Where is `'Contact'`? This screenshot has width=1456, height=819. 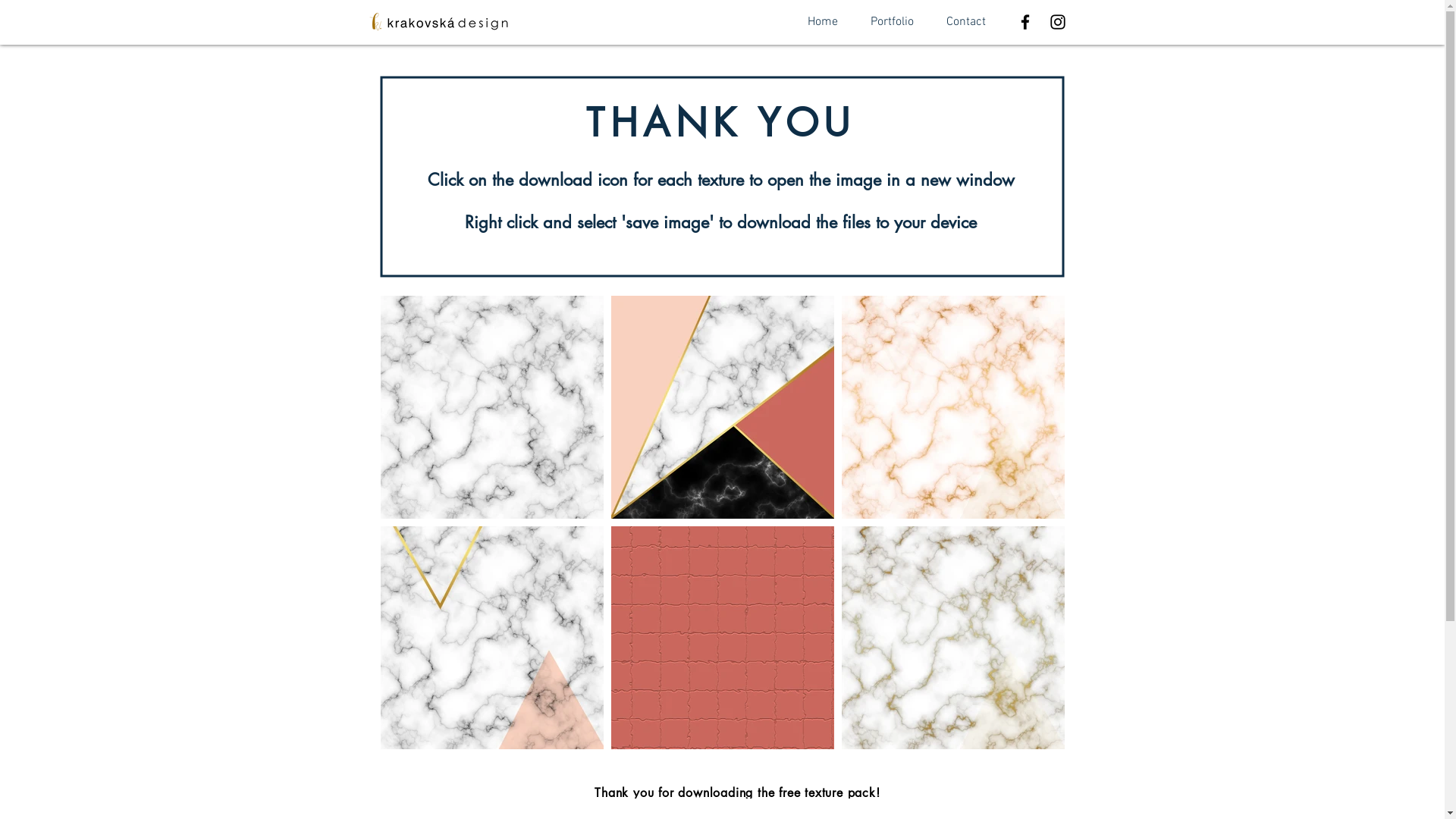 'Contact' is located at coordinates (965, 22).